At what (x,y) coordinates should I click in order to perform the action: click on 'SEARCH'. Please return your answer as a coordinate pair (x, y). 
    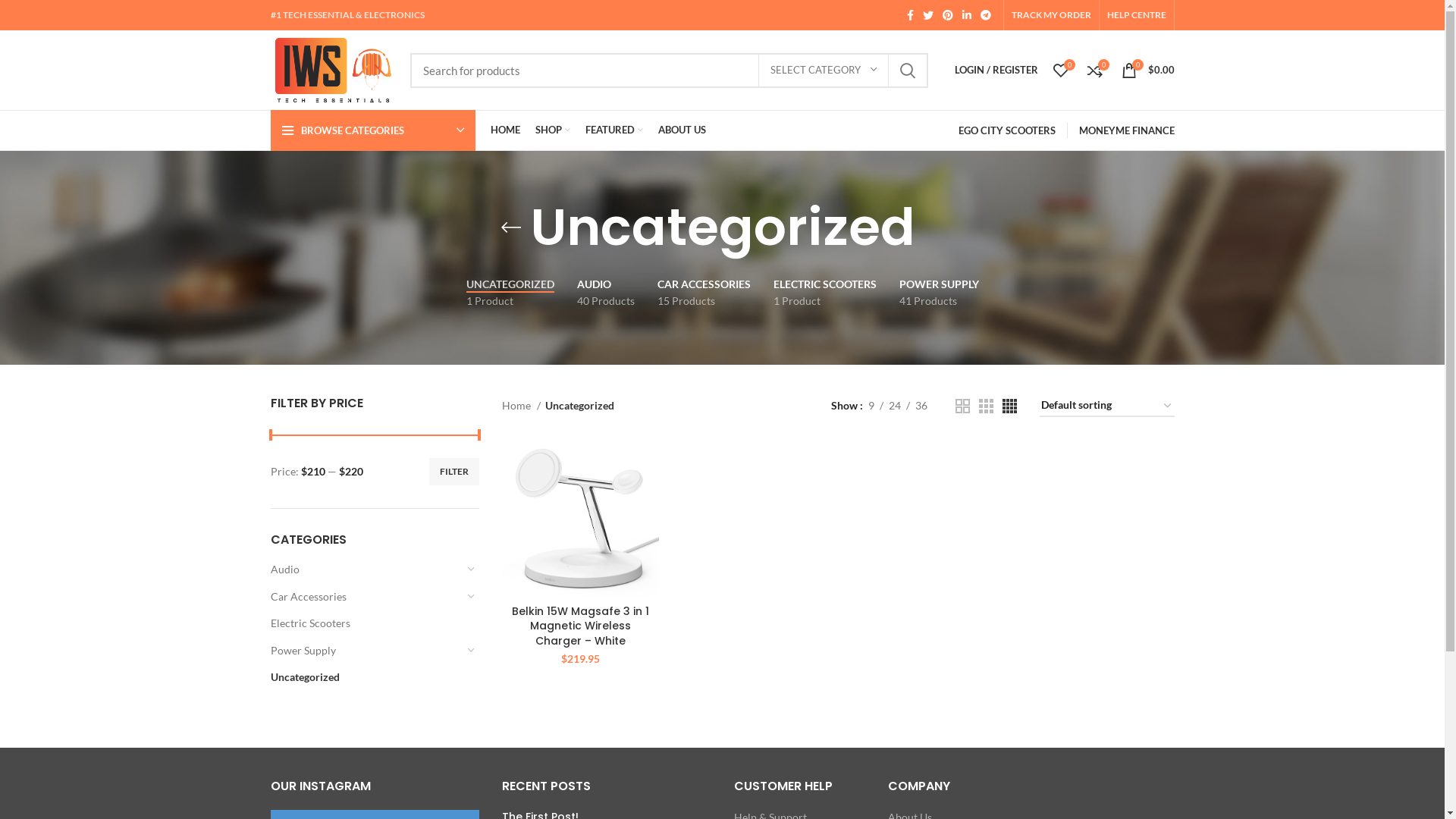
    Looking at the image, I should click on (907, 70).